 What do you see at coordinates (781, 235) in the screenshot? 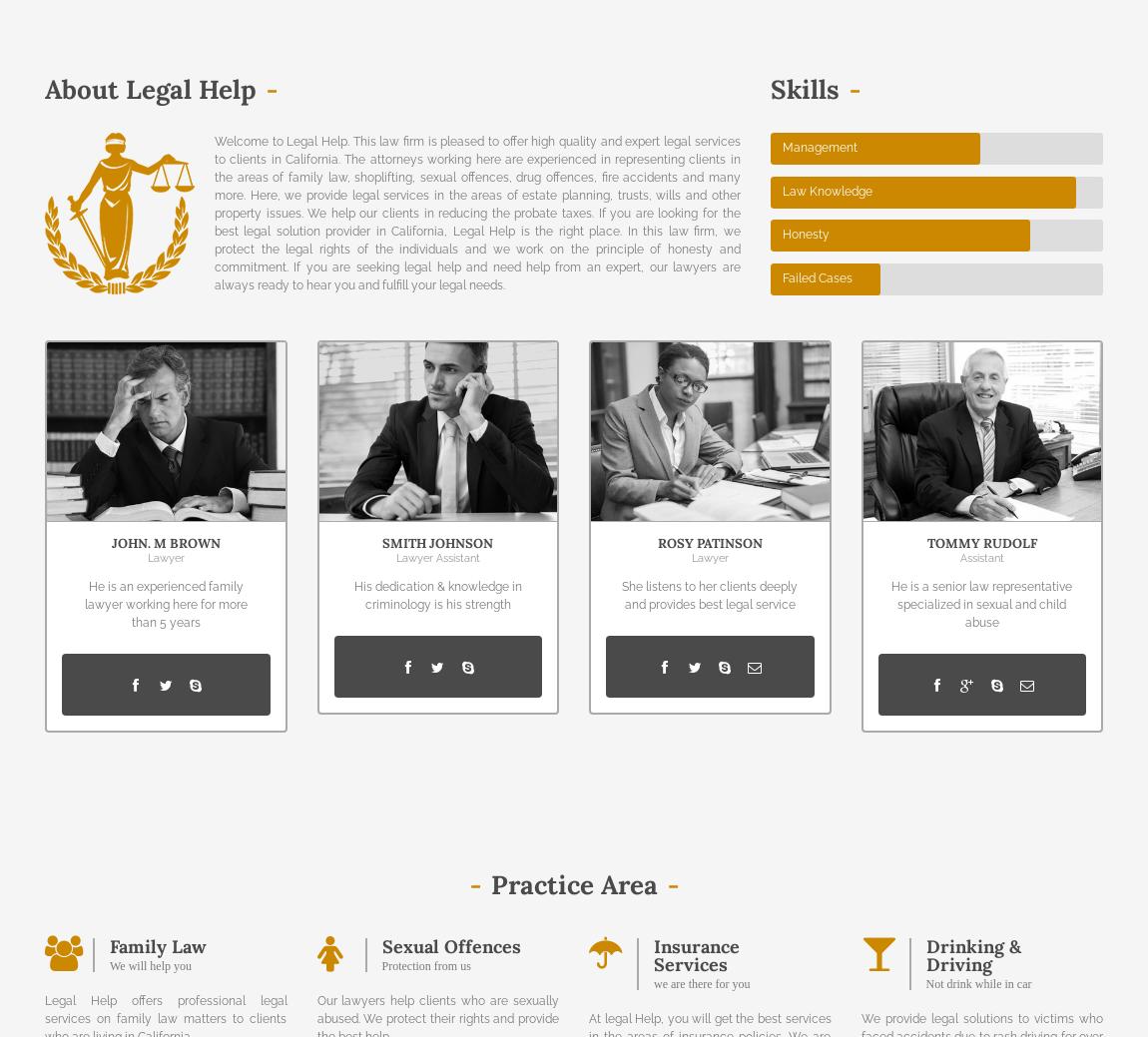
I see `'Honesty'` at bounding box center [781, 235].